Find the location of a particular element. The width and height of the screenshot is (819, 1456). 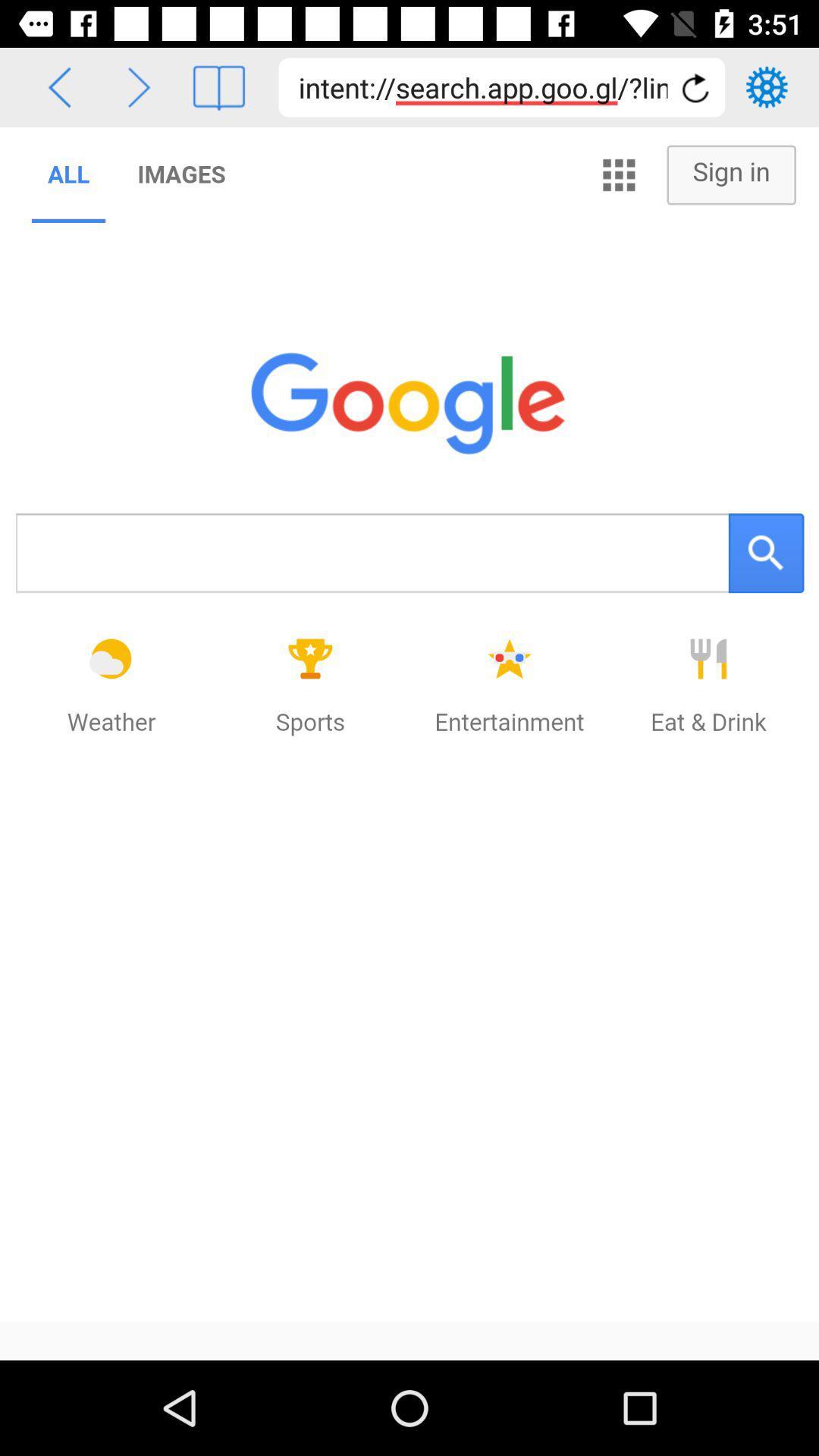

previous button is located at coordinates (58, 86).